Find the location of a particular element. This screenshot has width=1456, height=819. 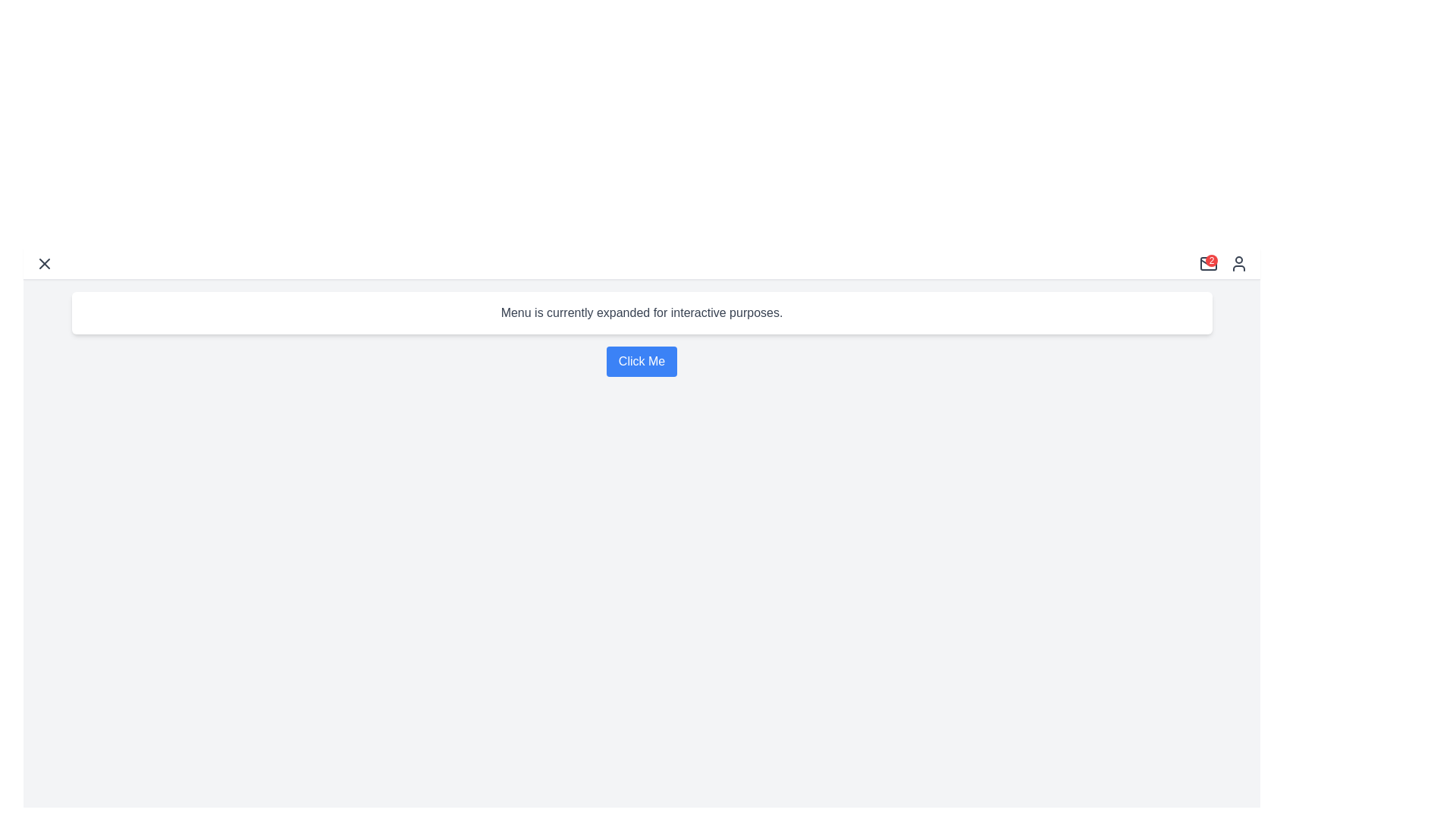

the rounded blue button labeled 'Click Me' is located at coordinates (642, 362).